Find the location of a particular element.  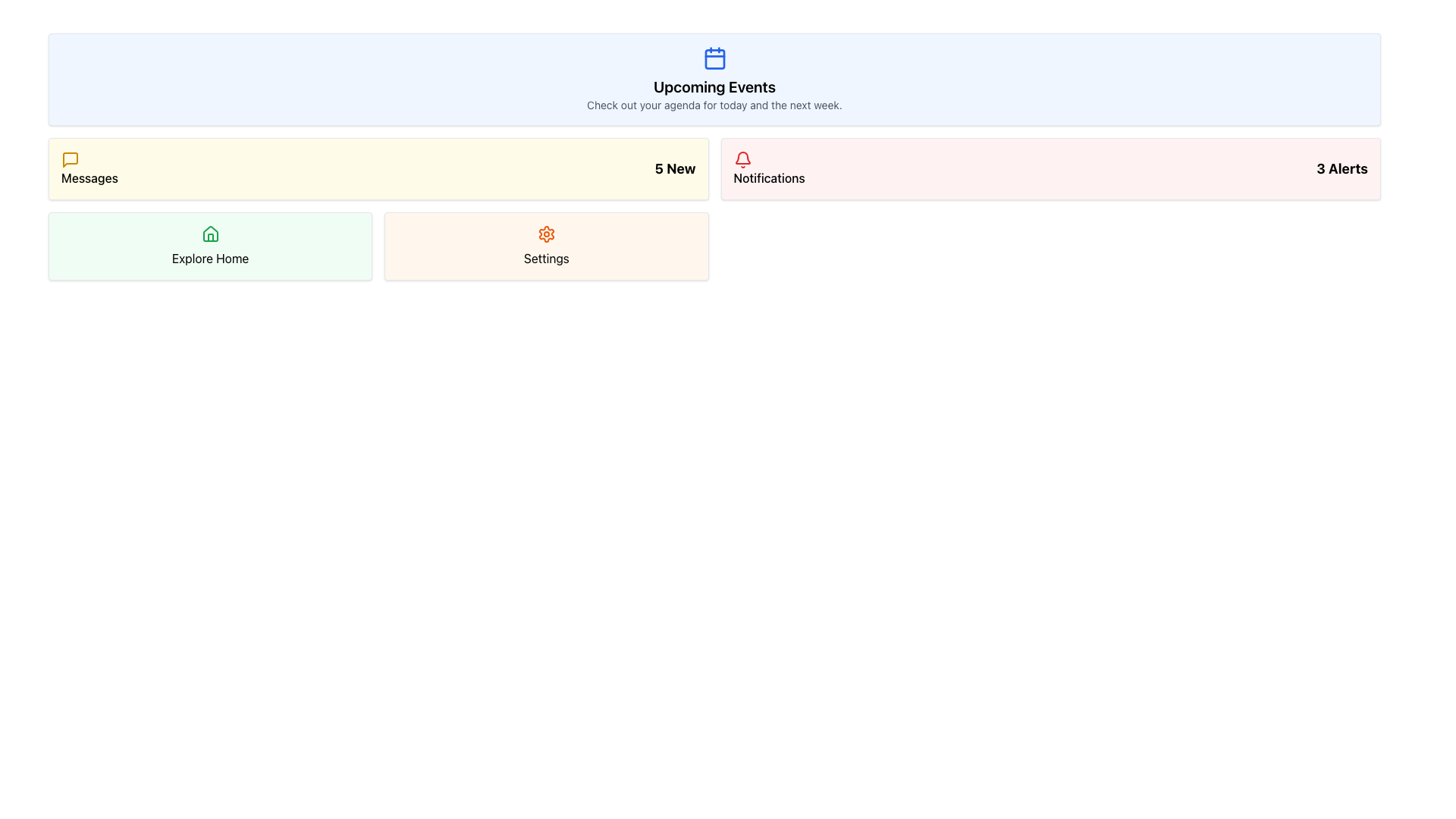

the 'Notifications' label with a red bell icon, which is located in the top right part of the visible section and has a light red background is located at coordinates (769, 169).